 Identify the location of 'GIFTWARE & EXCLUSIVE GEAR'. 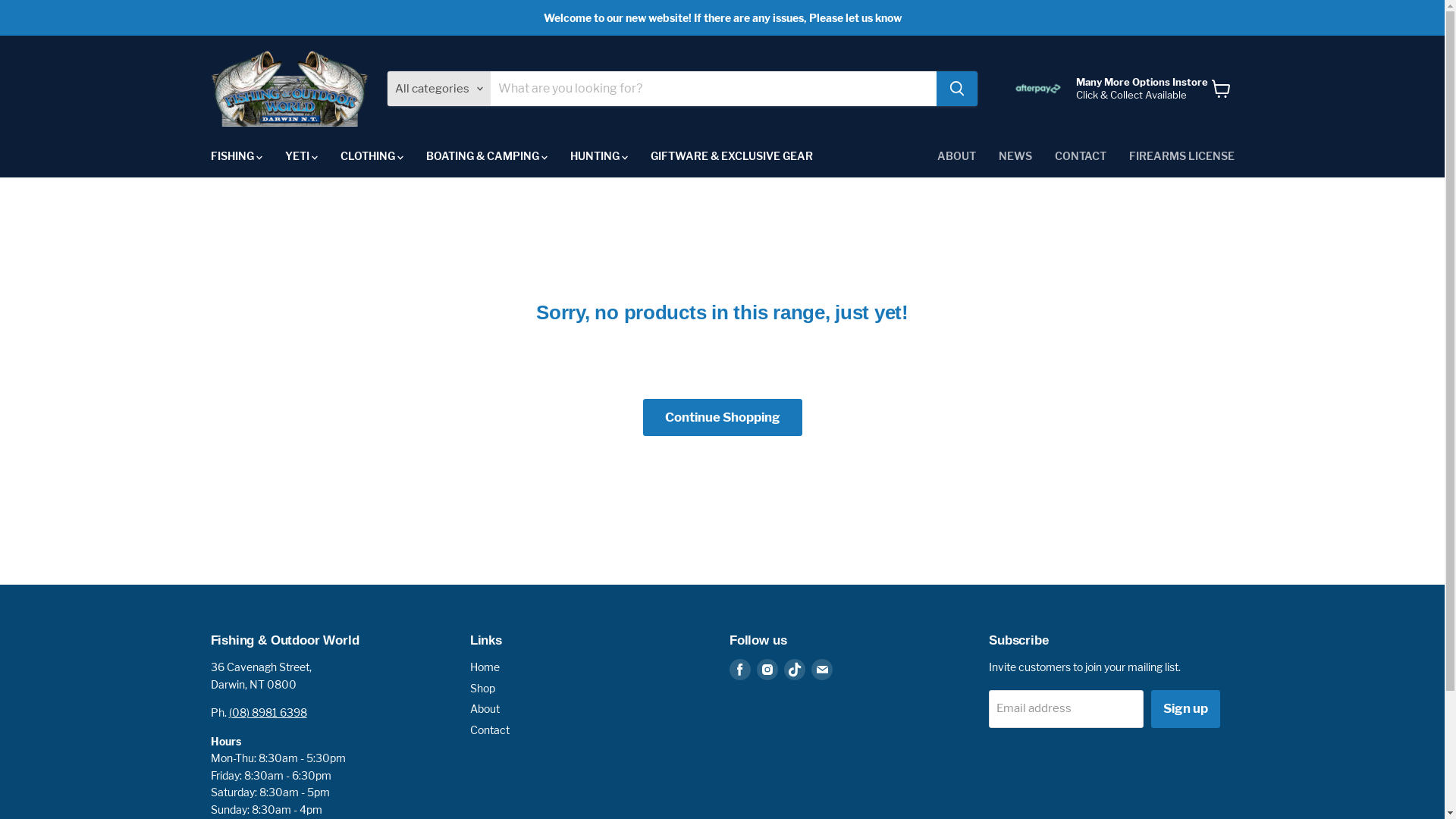
(638, 155).